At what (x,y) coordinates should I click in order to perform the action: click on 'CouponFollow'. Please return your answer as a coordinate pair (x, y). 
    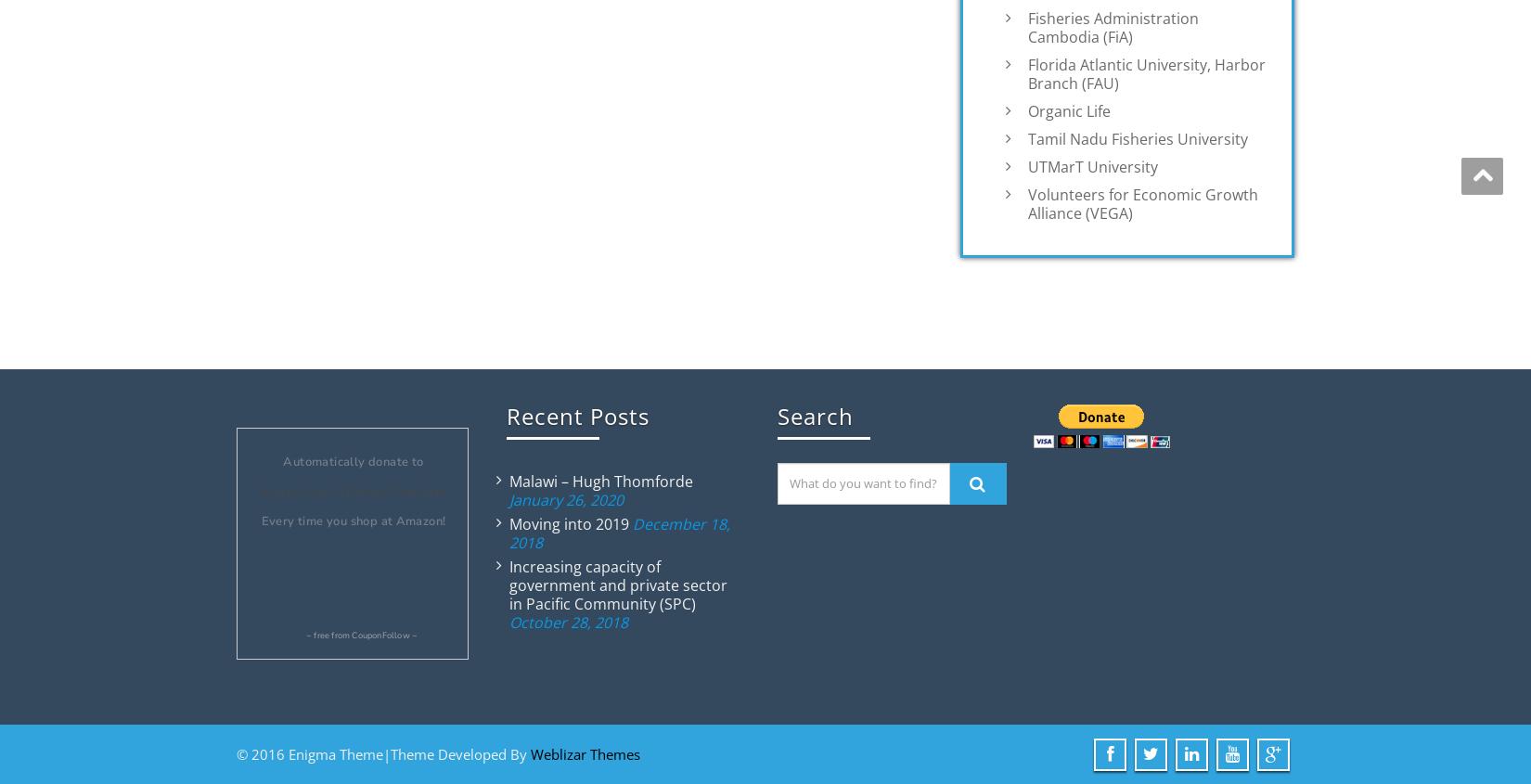
    Looking at the image, I should click on (380, 634).